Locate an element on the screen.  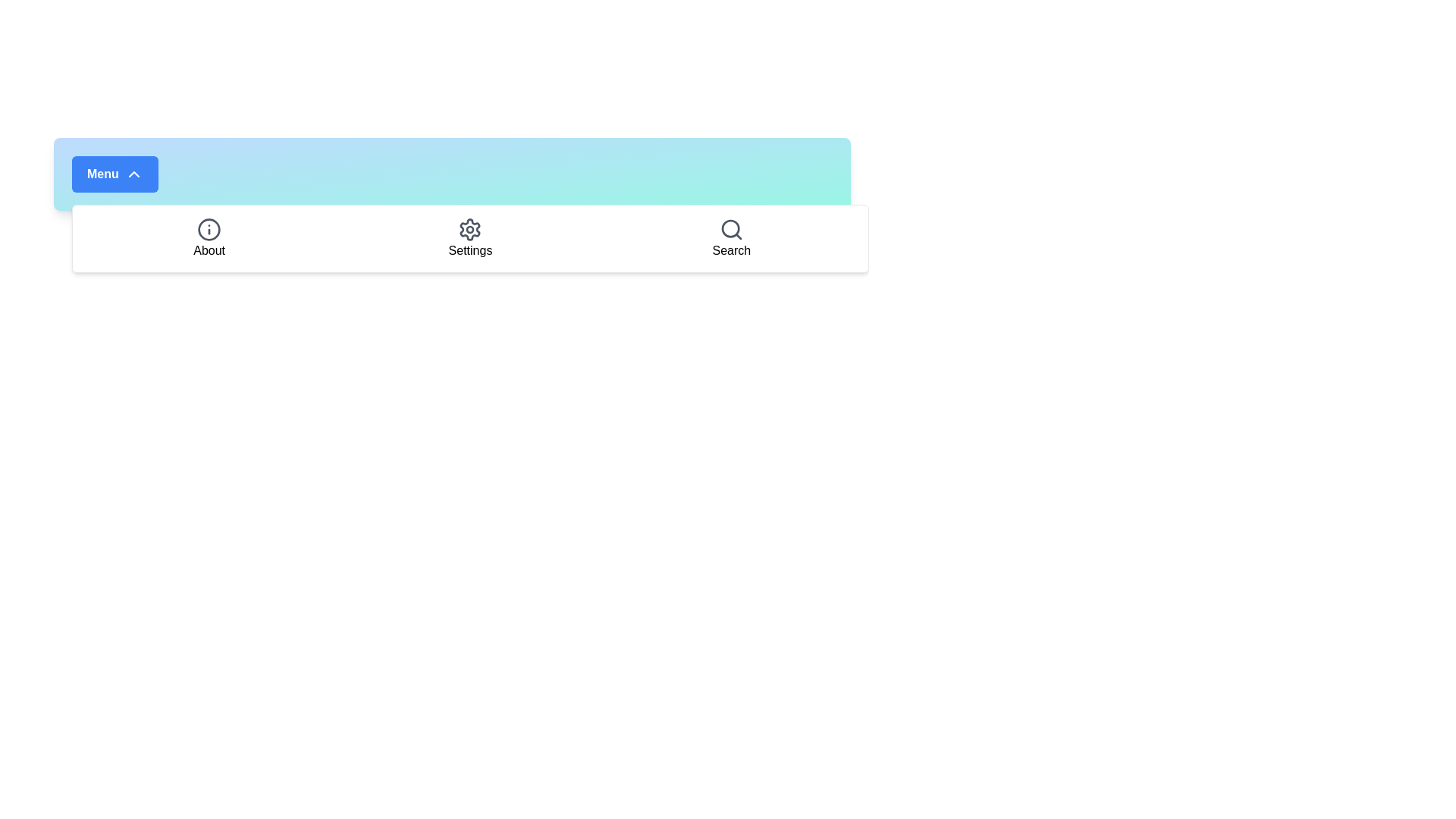
the 'About' menu item is located at coordinates (208, 239).